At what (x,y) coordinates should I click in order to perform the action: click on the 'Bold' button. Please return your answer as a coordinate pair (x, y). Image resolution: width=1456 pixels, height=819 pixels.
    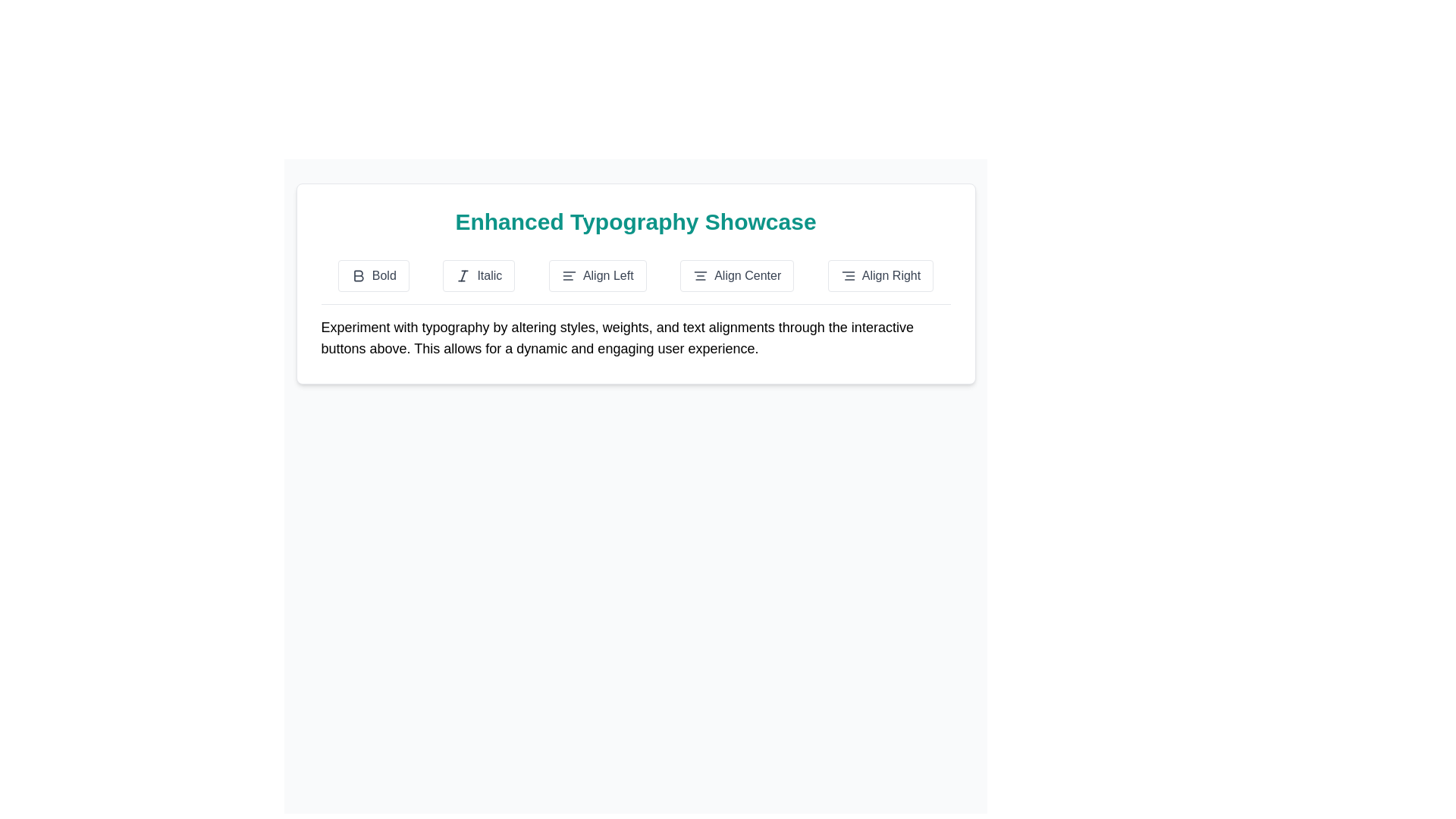
    Looking at the image, I should click on (373, 275).